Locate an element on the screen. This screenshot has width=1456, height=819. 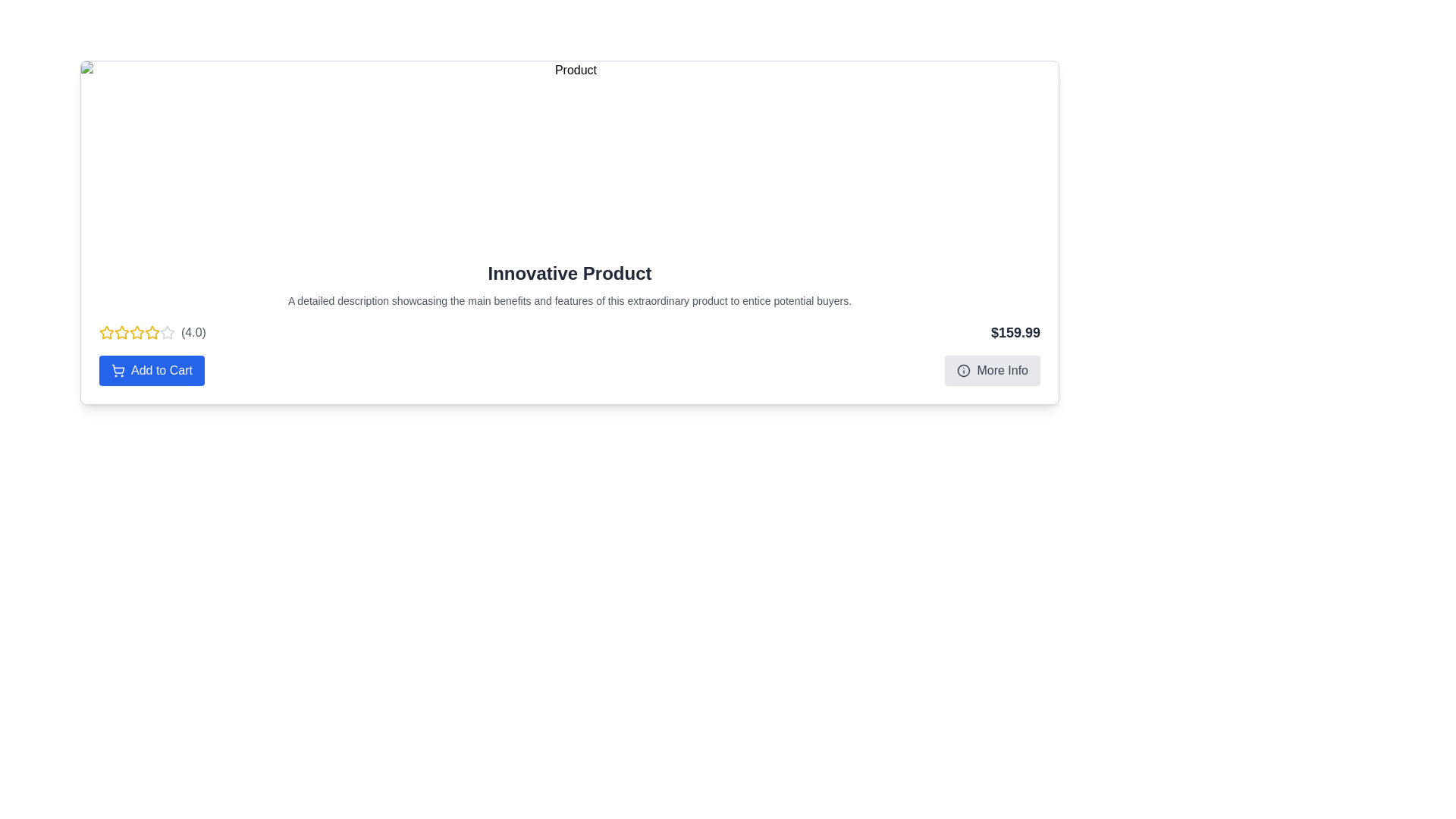
the fourth yellow star icon in the rating display to indicate a selected rating is located at coordinates (152, 332).